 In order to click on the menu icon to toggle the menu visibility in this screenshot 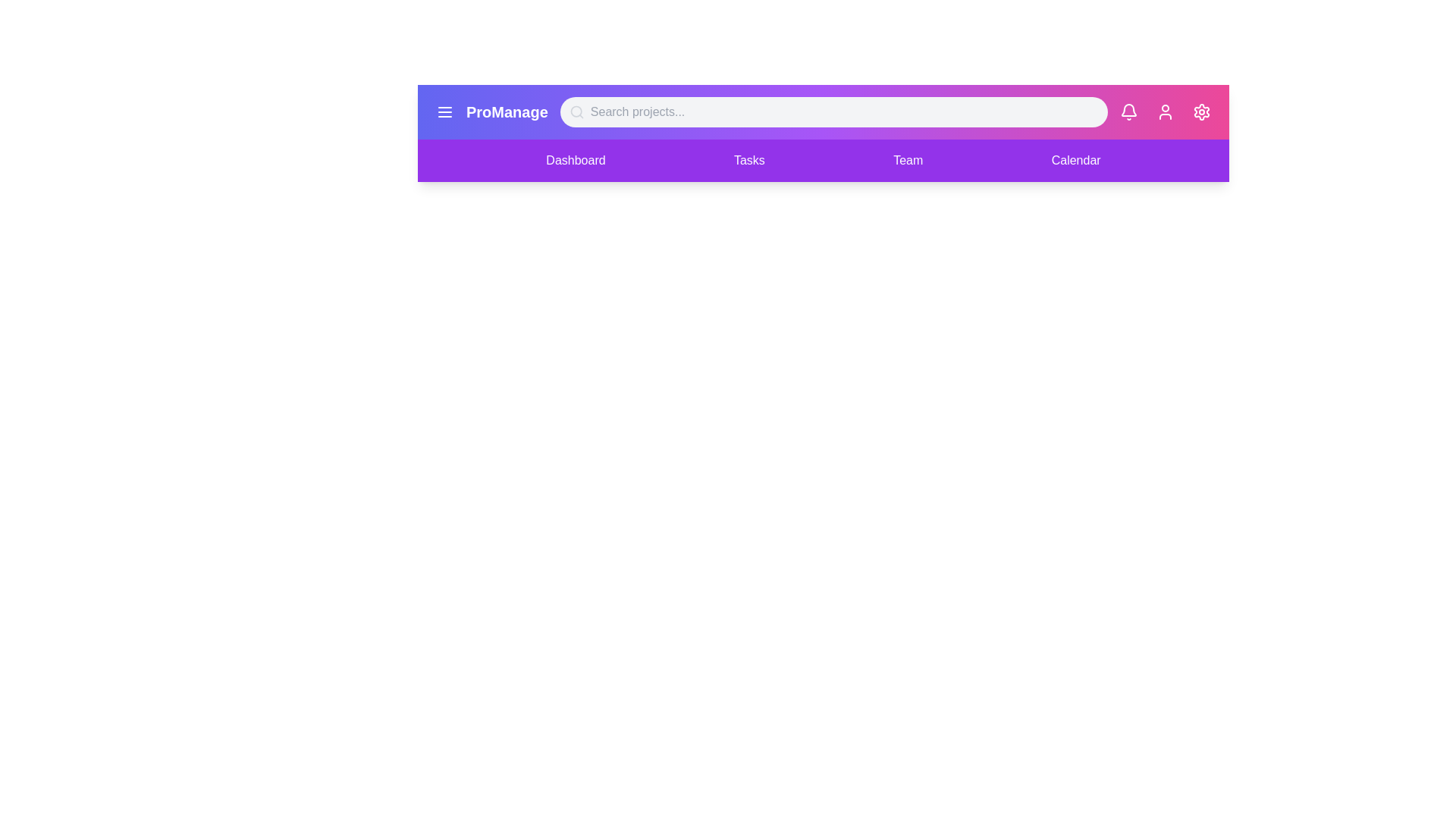, I will do `click(444, 111)`.